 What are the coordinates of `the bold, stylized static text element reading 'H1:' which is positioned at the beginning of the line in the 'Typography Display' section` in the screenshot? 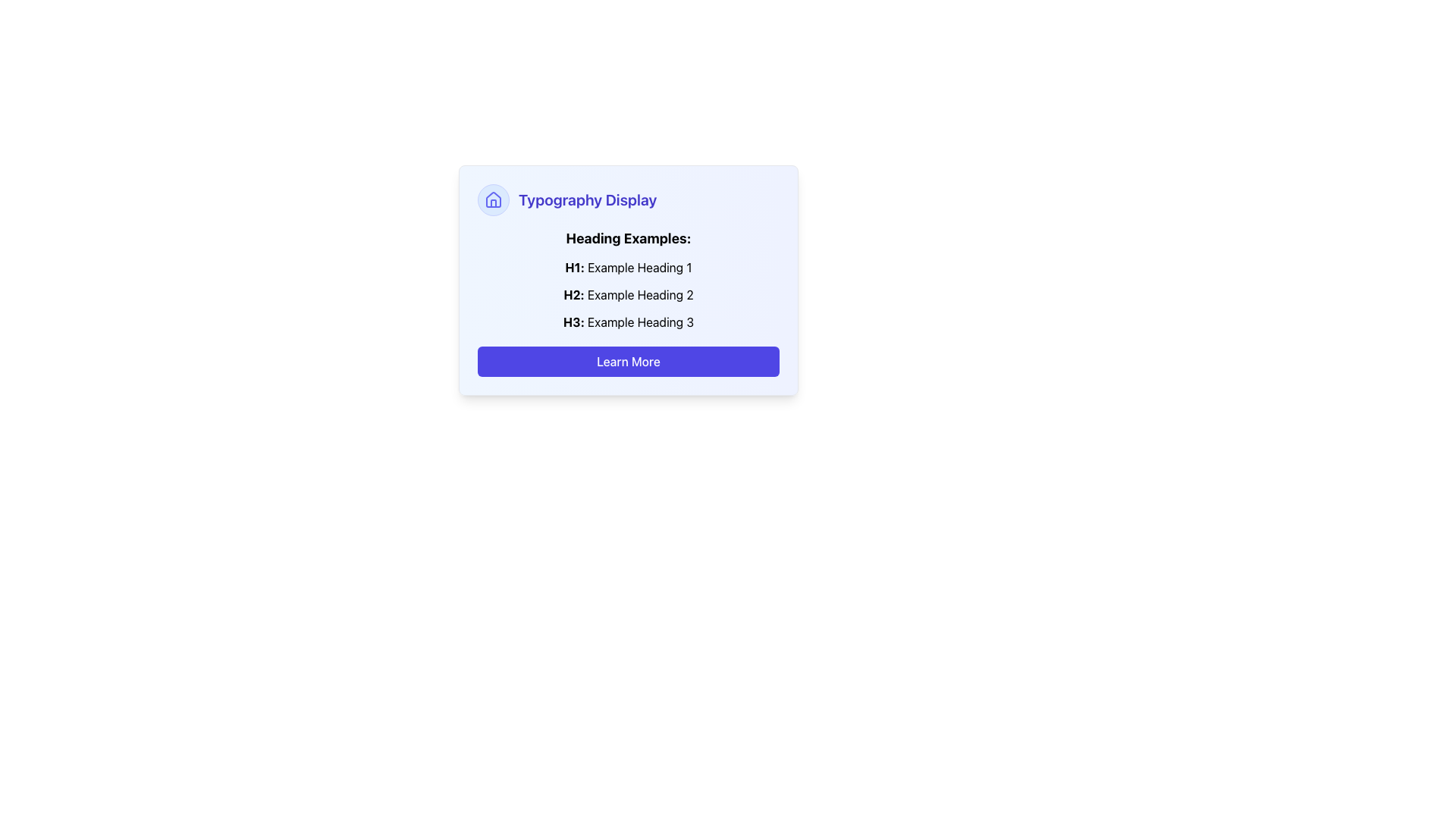 It's located at (574, 267).